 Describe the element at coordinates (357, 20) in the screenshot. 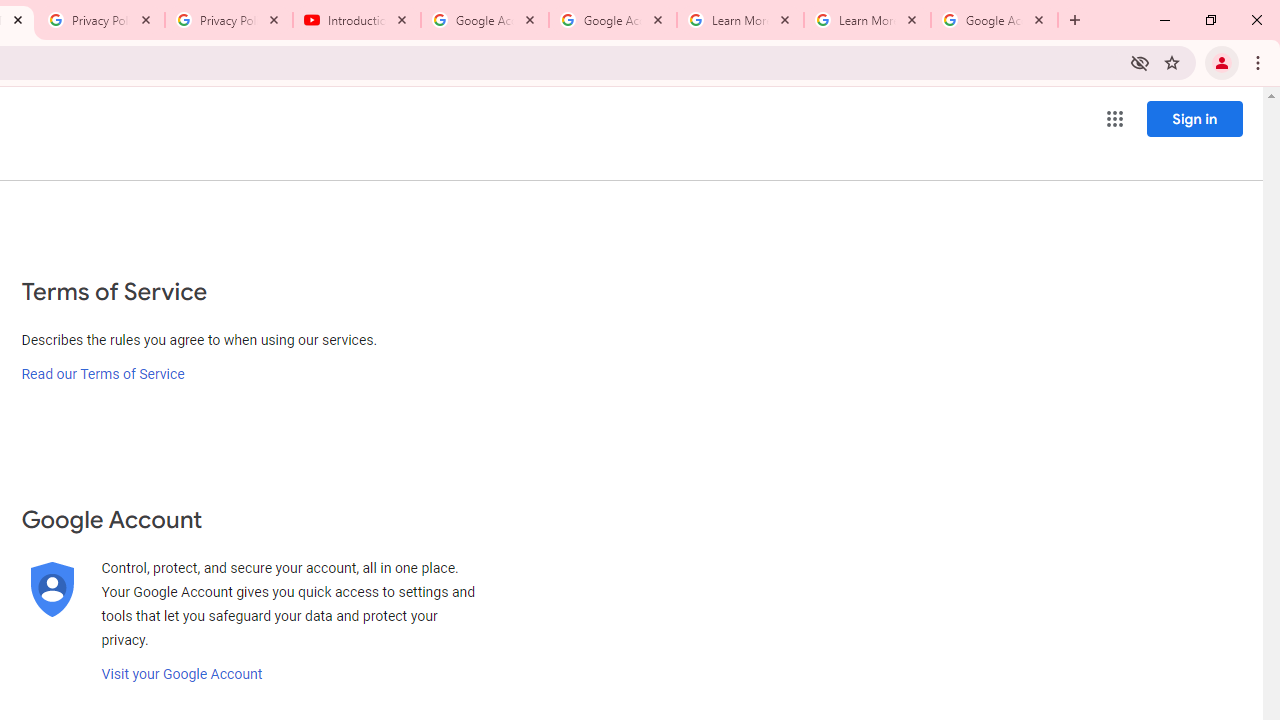

I see `'Introduction | Google Privacy Policy - YouTube'` at that location.